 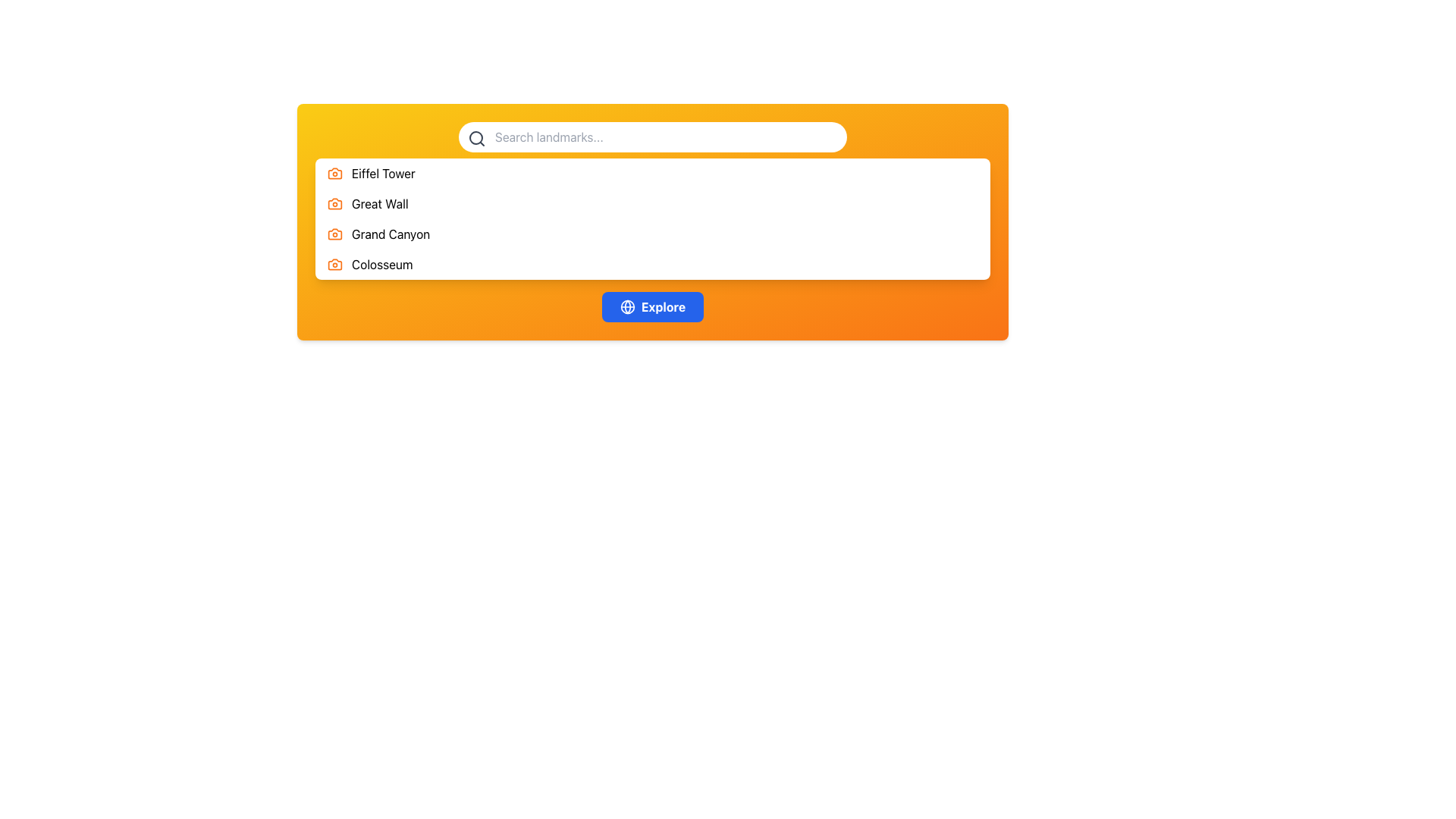 I want to click on the central circle of the SVG graphic representing the search icon, so click(x=475, y=137).